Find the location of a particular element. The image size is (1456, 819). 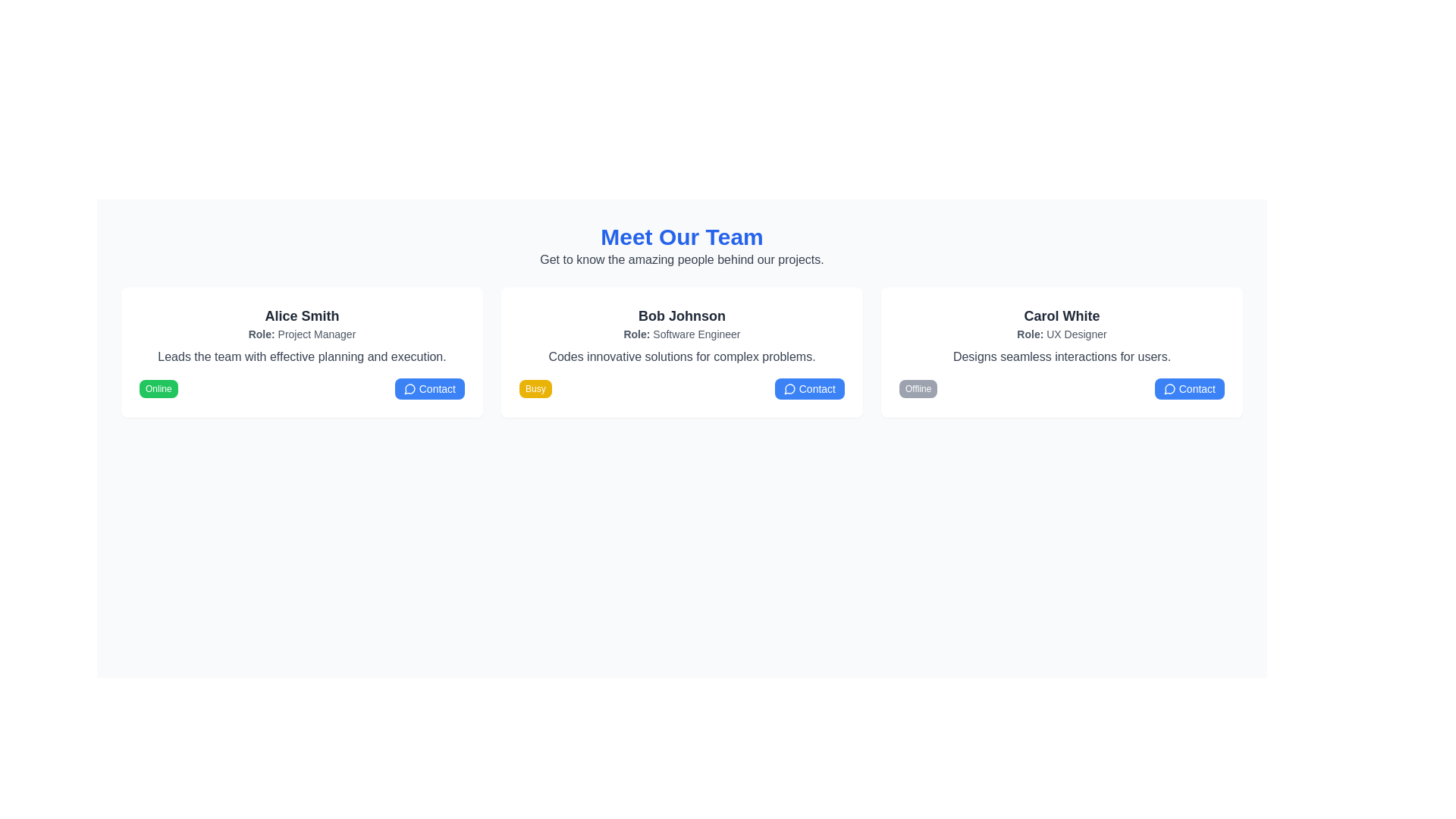

the Status Indicator Badge next to the 'Contact' button for 'Alice Smith' in the 'Meet Our Team' section, which has a green background and displays 'Online' is located at coordinates (158, 388).